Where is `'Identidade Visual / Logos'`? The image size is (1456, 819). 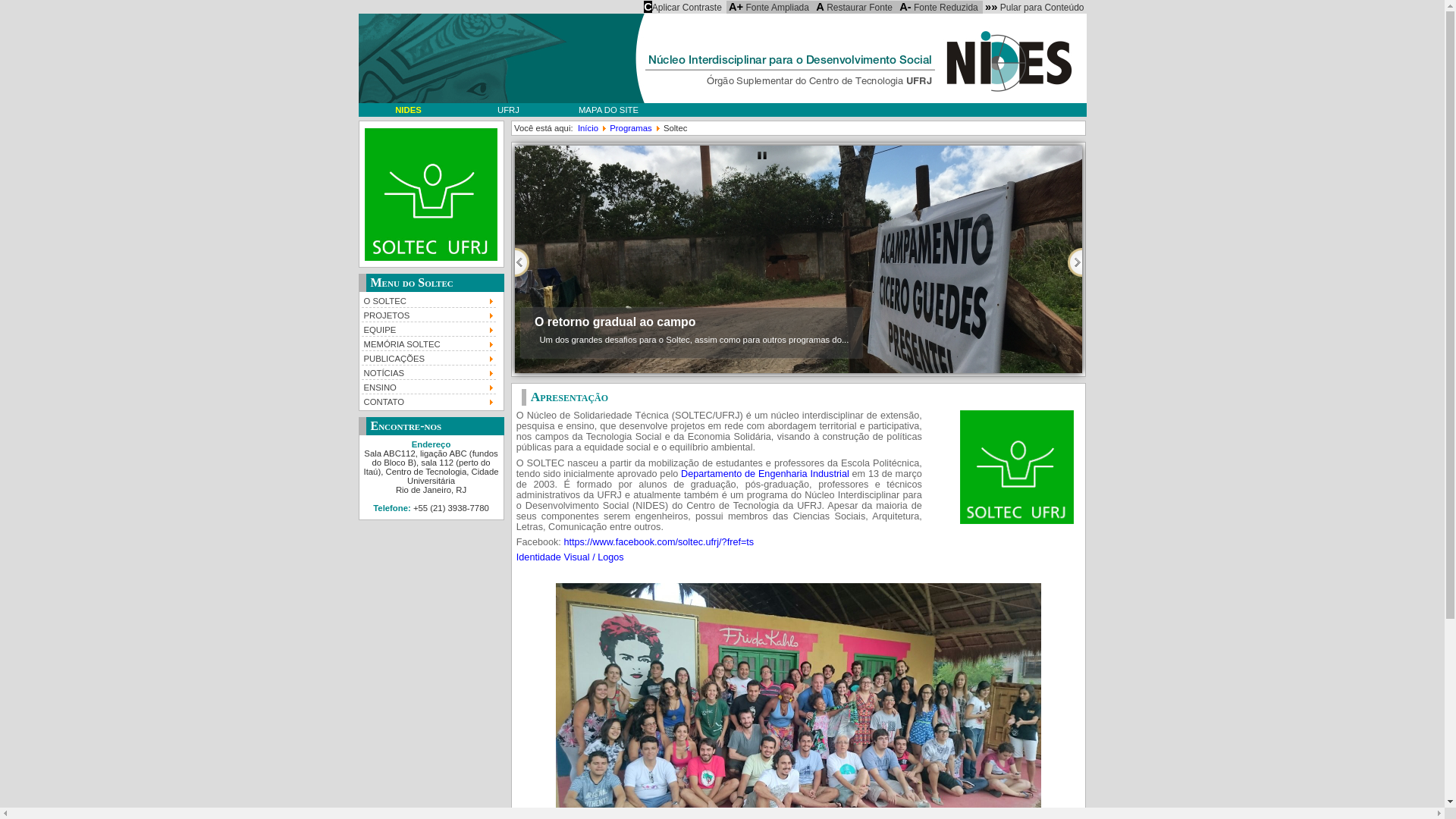
'Identidade Visual / Logos' is located at coordinates (516, 557).